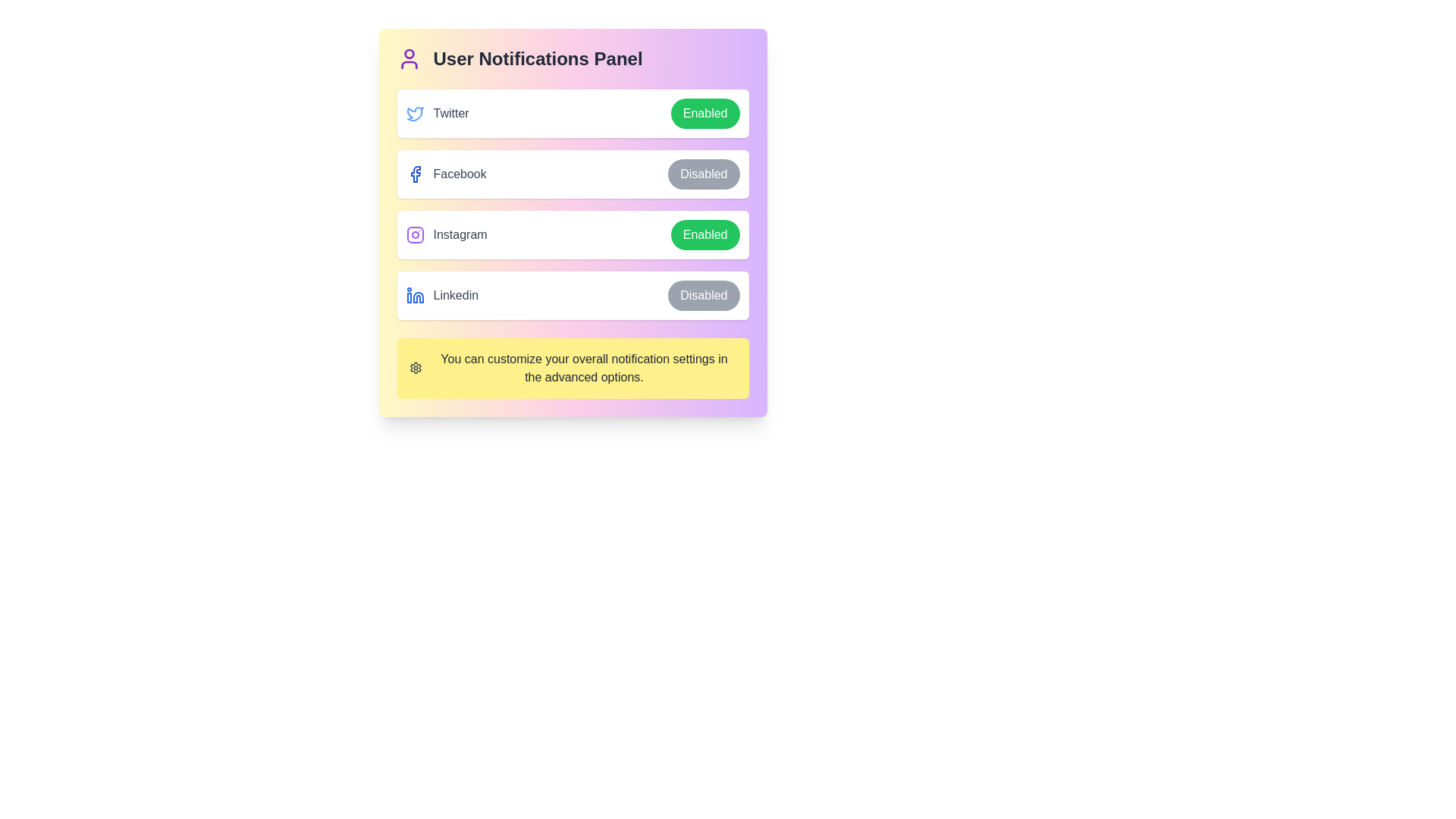  I want to click on keyboard navigation, so click(703, 295).